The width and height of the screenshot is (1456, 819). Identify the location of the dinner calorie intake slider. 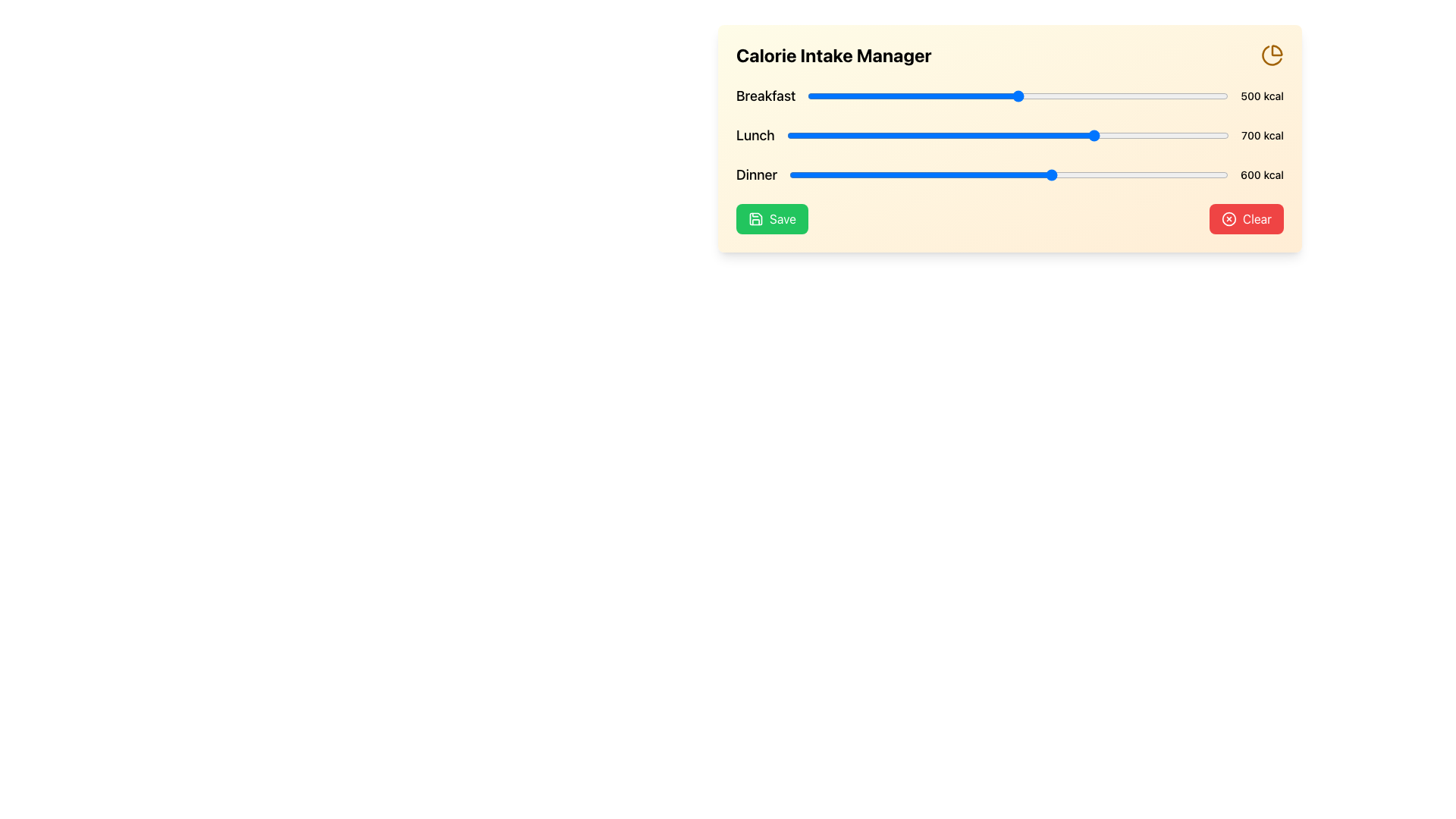
(1009, 174).